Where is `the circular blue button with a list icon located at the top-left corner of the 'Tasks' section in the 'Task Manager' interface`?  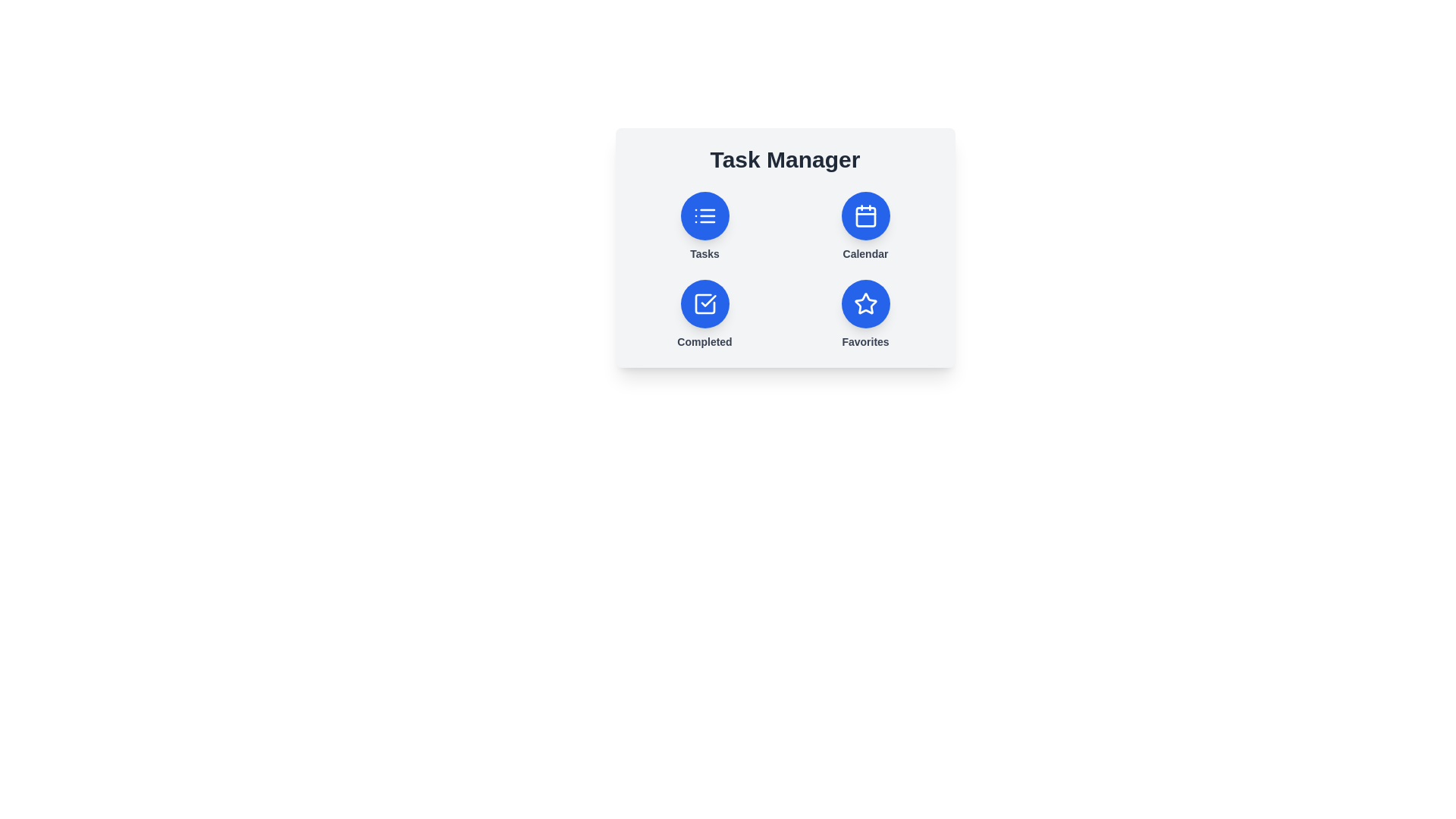 the circular blue button with a list icon located at the top-left corner of the 'Tasks' section in the 'Task Manager' interface is located at coordinates (704, 216).